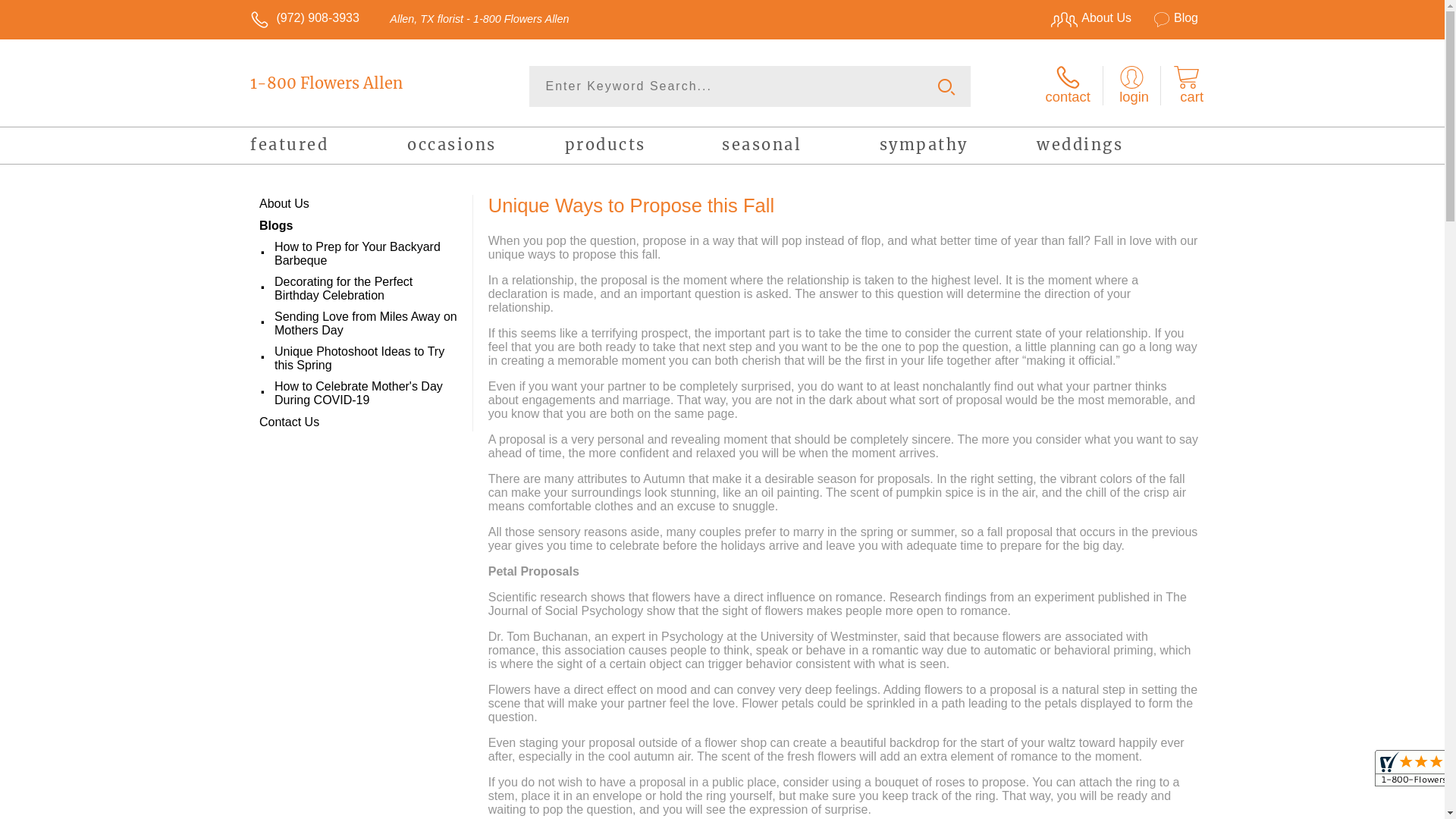 The height and width of the screenshot is (819, 1456). Describe the element at coordinates (1083, 17) in the screenshot. I see `'About Us'` at that location.